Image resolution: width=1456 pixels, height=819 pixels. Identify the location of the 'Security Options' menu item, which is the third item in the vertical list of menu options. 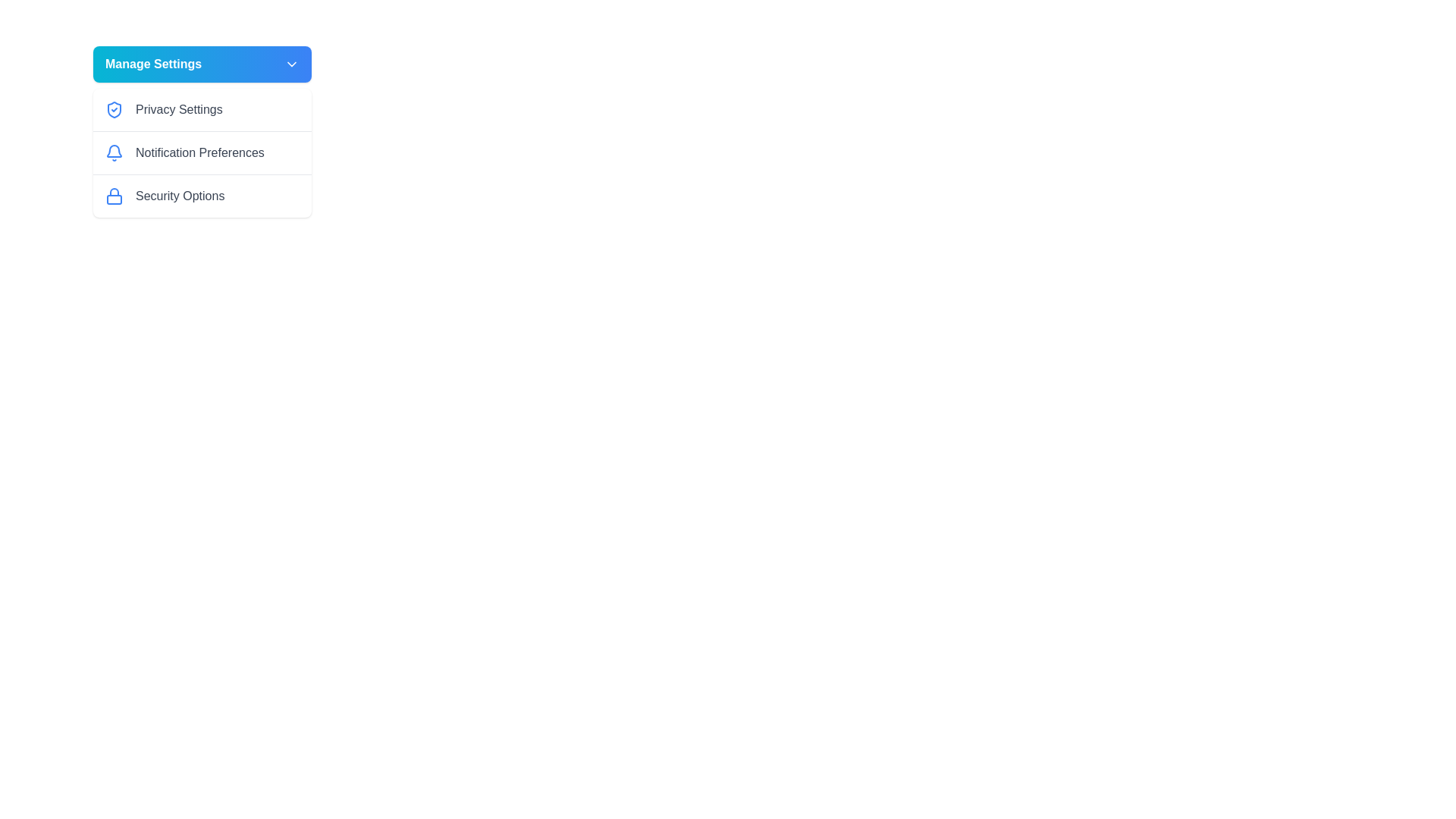
(202, 195).